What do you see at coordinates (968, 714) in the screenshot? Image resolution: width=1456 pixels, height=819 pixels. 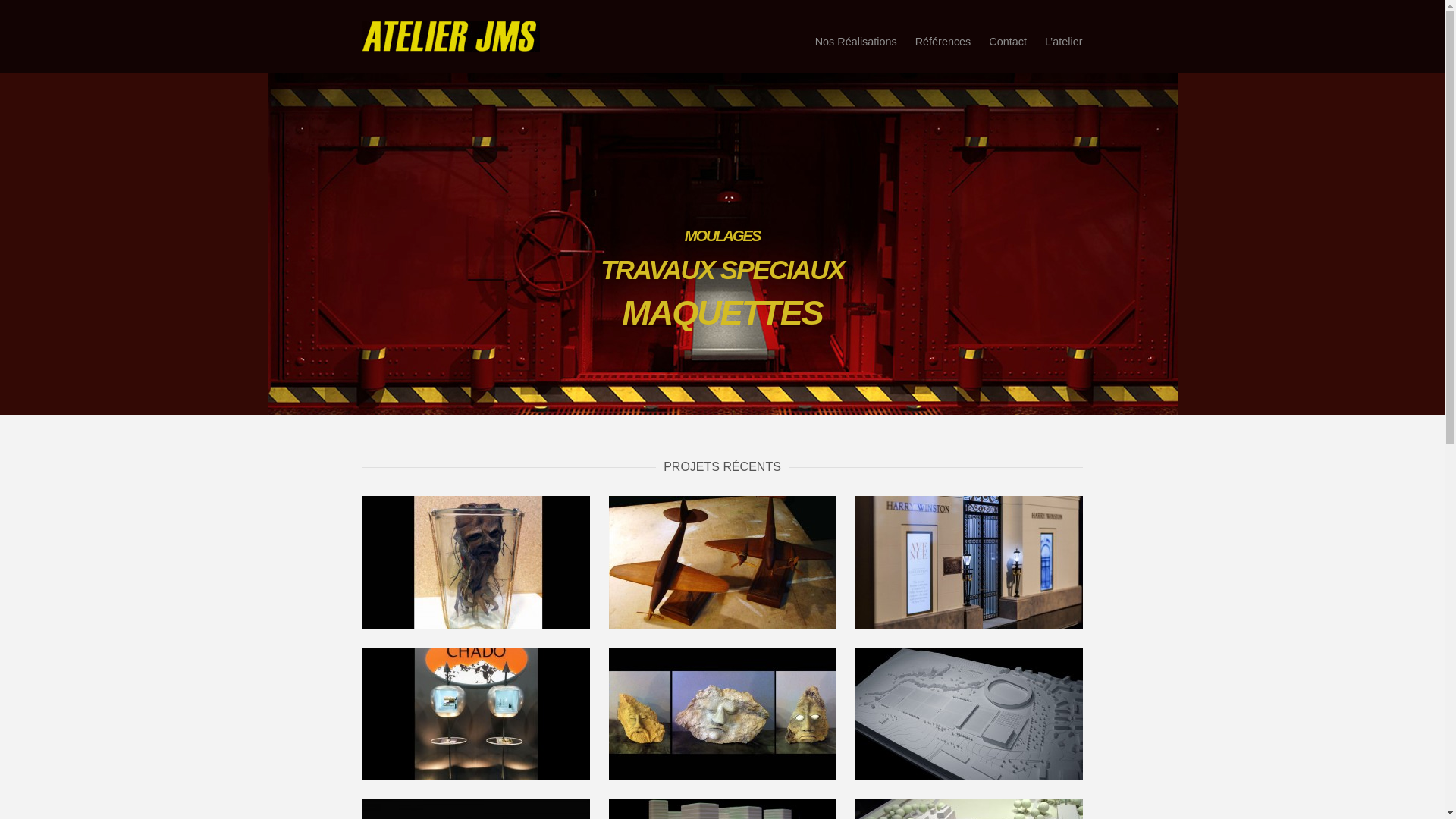 I see `'Concours 1/1000'` at bounding box center [968, 714].